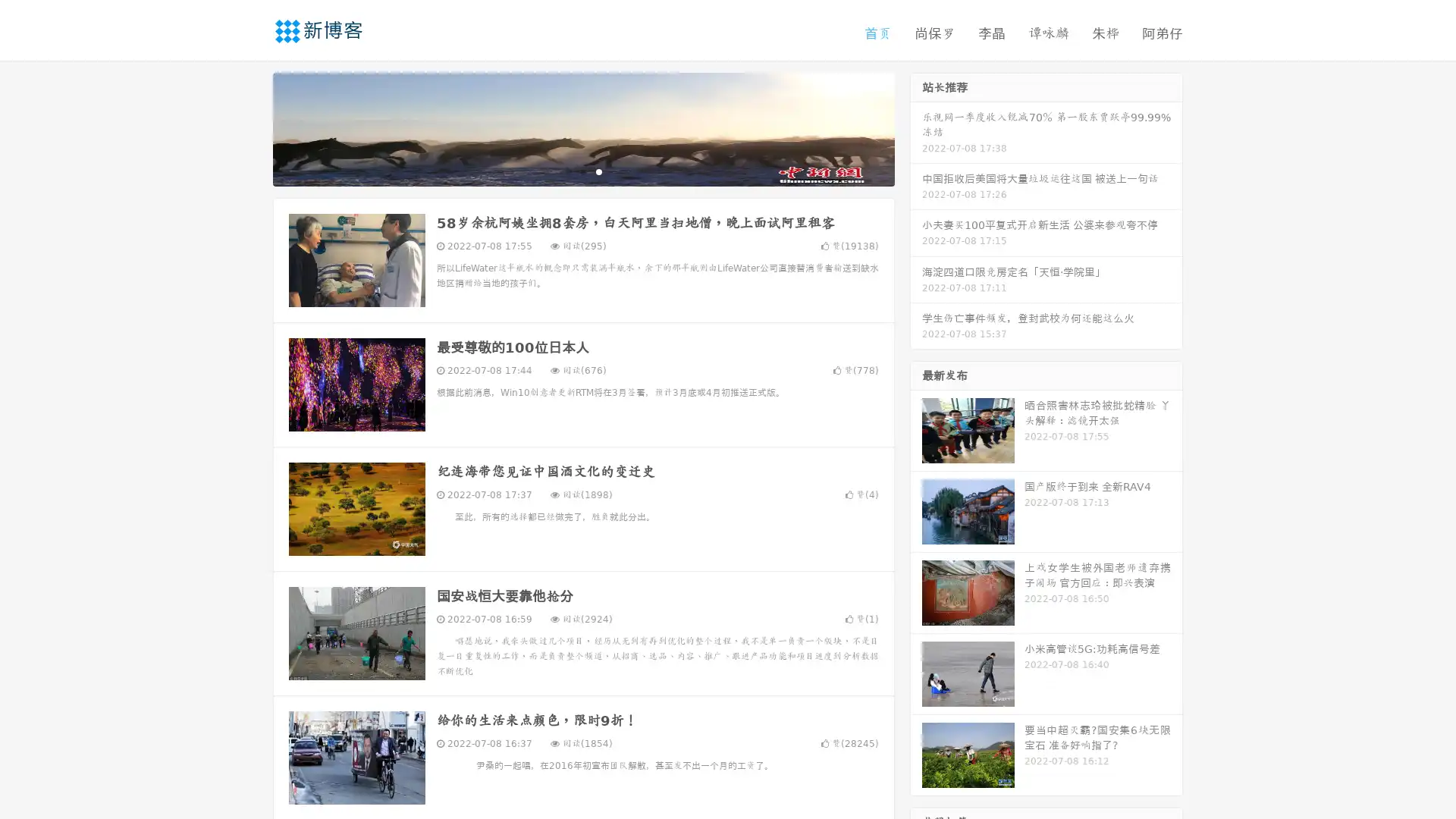  I want to click on Previous slide, so click(250, 127).